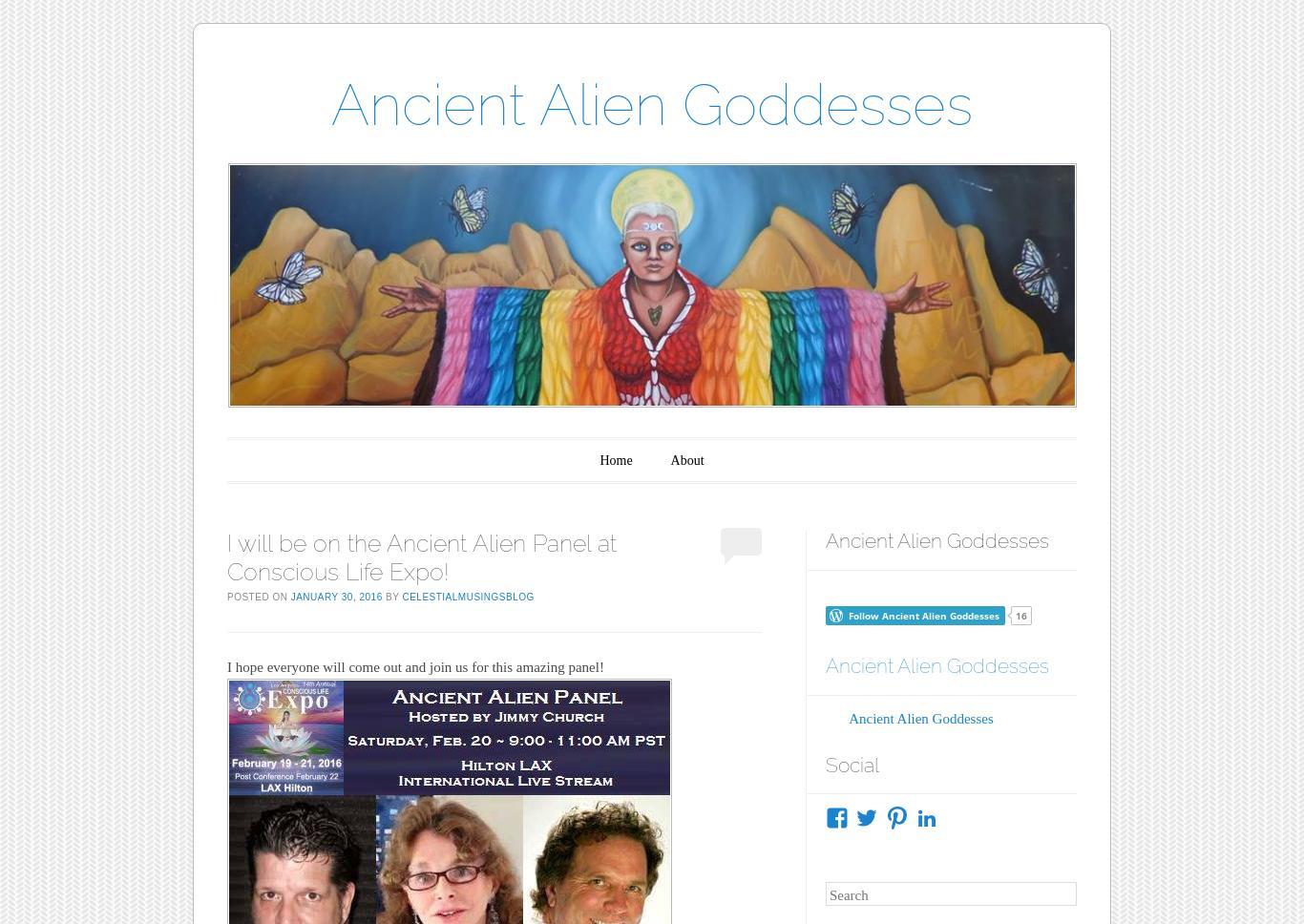 The height and width of the screenshot is (924, 1304). What do you see at coordinates (287, 451) in the screenshot?
I see `'Main menu'` at bounding box center [287, 451].